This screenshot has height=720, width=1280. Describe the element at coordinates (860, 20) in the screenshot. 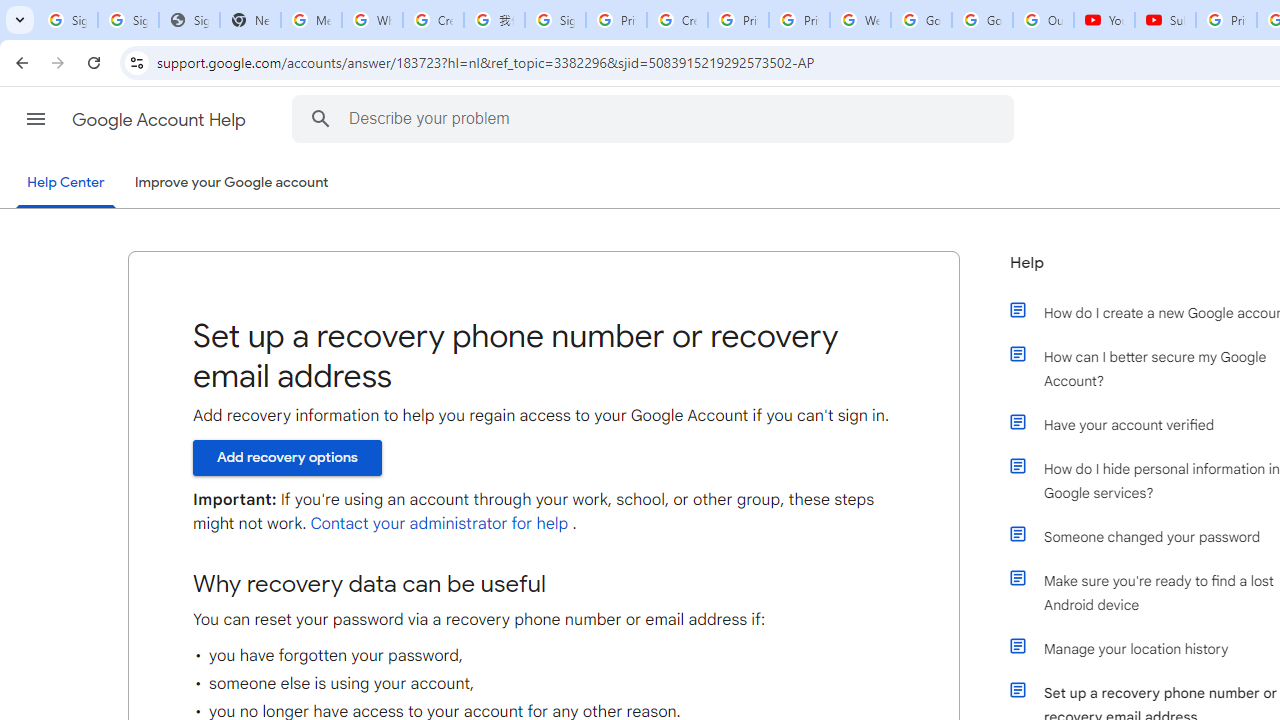

I see `'Welcome to My Activity'` at that location.